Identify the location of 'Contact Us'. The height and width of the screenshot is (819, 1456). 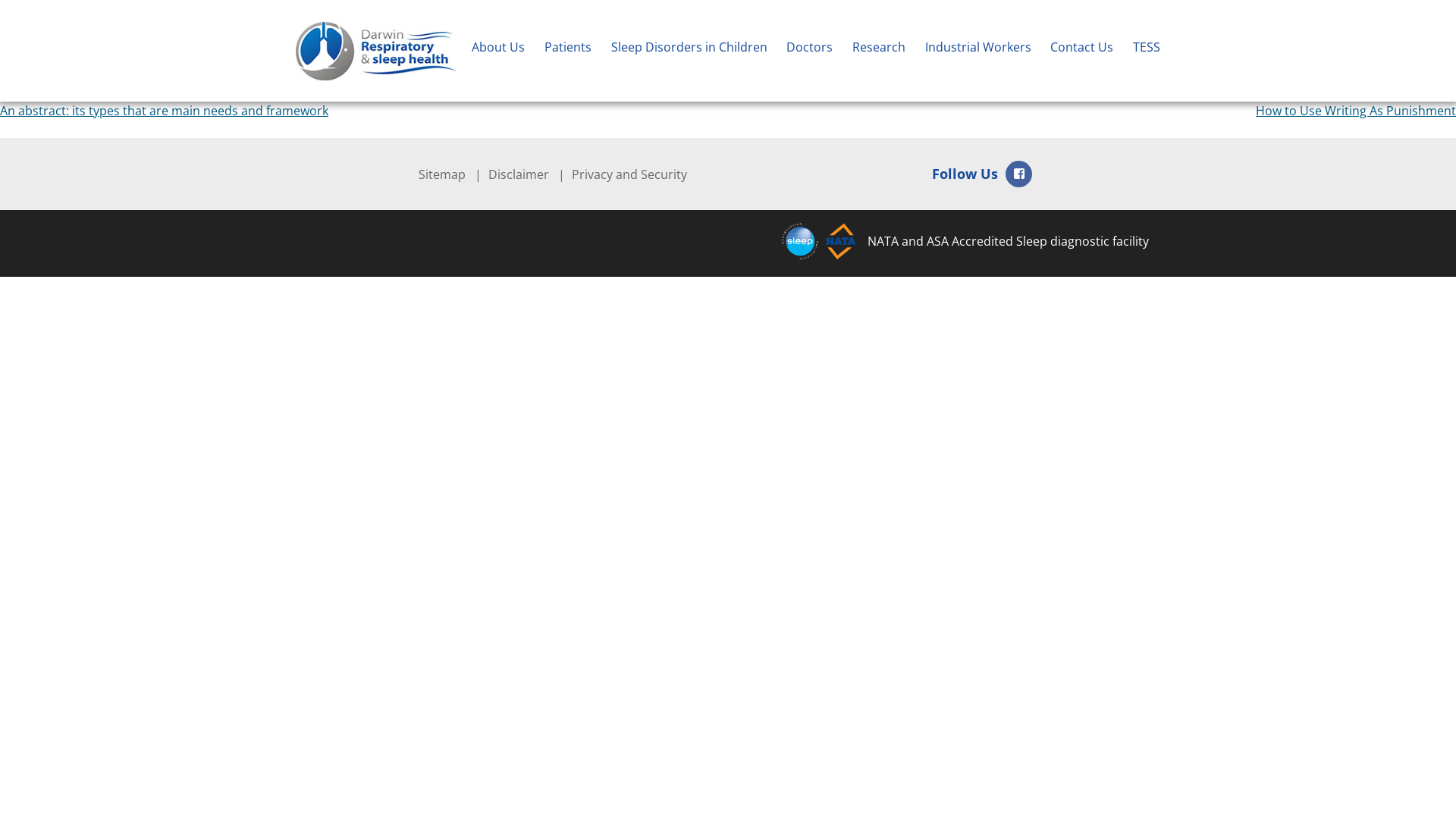
(1081, 49).